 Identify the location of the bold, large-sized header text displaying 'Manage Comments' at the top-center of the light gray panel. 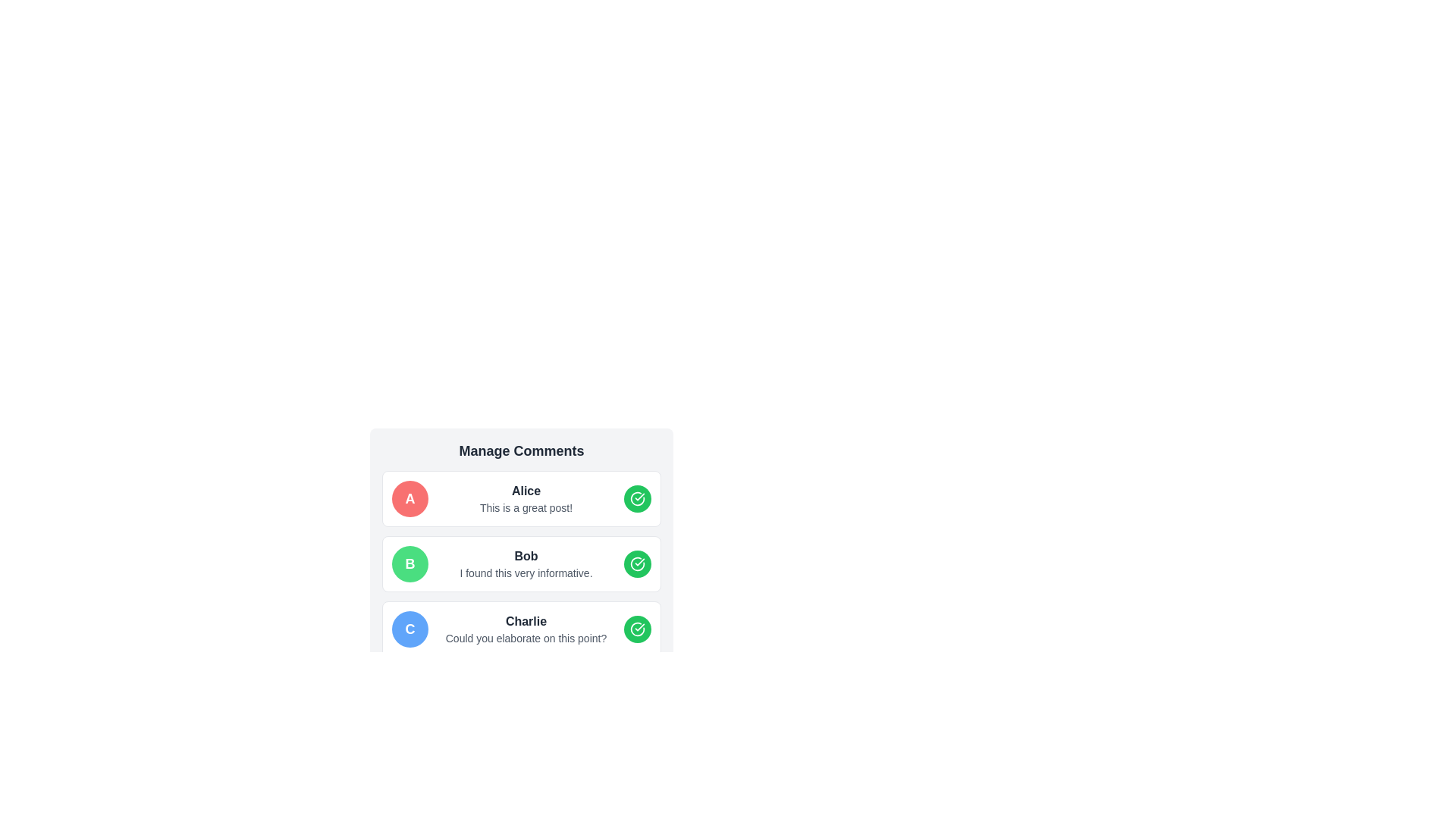
(521, 450).